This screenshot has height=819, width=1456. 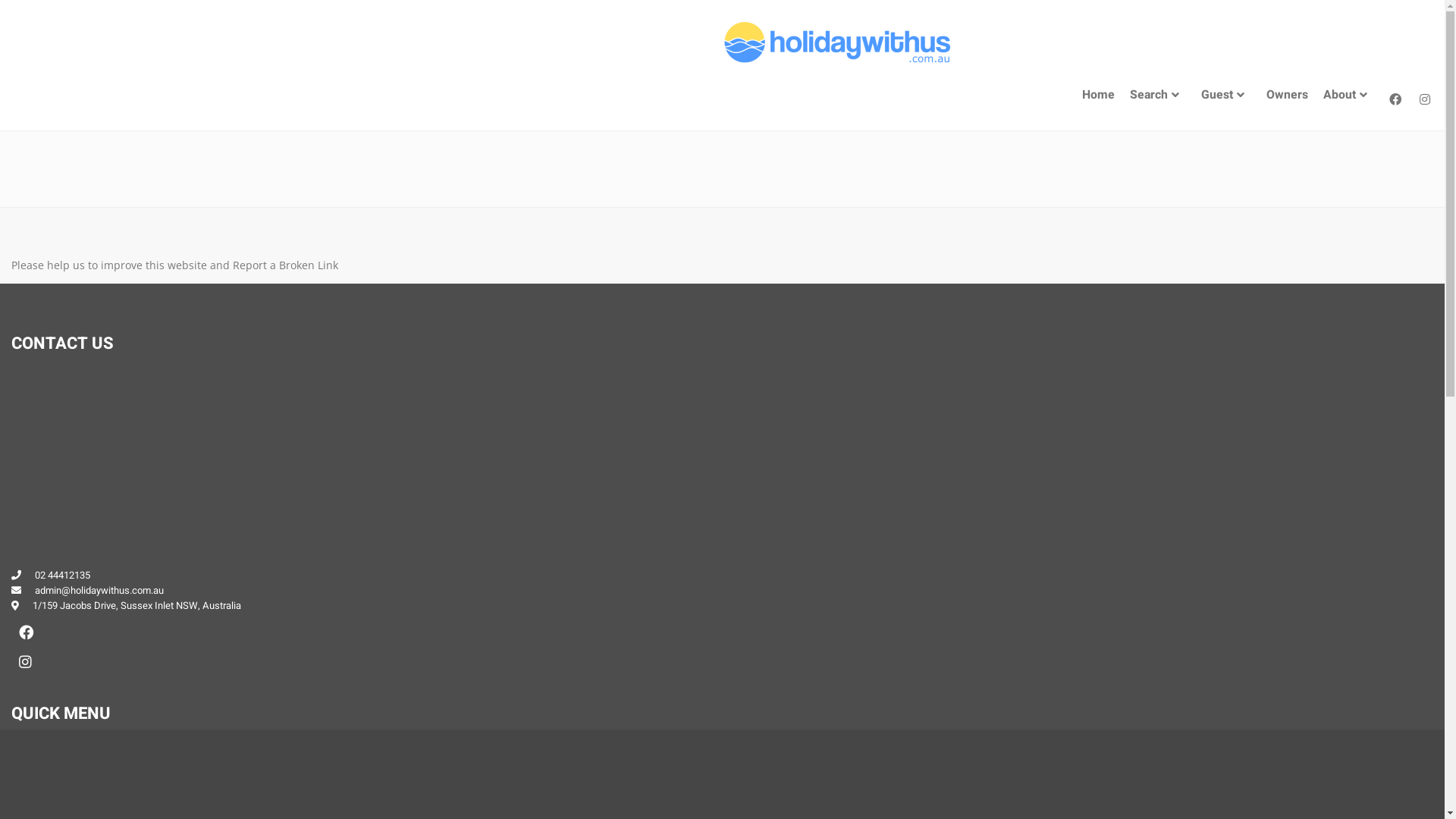 What do you see at coordinates (1226, 95) in the screenshot?
I see `'Guest'` at bounding box center [1226, 95].